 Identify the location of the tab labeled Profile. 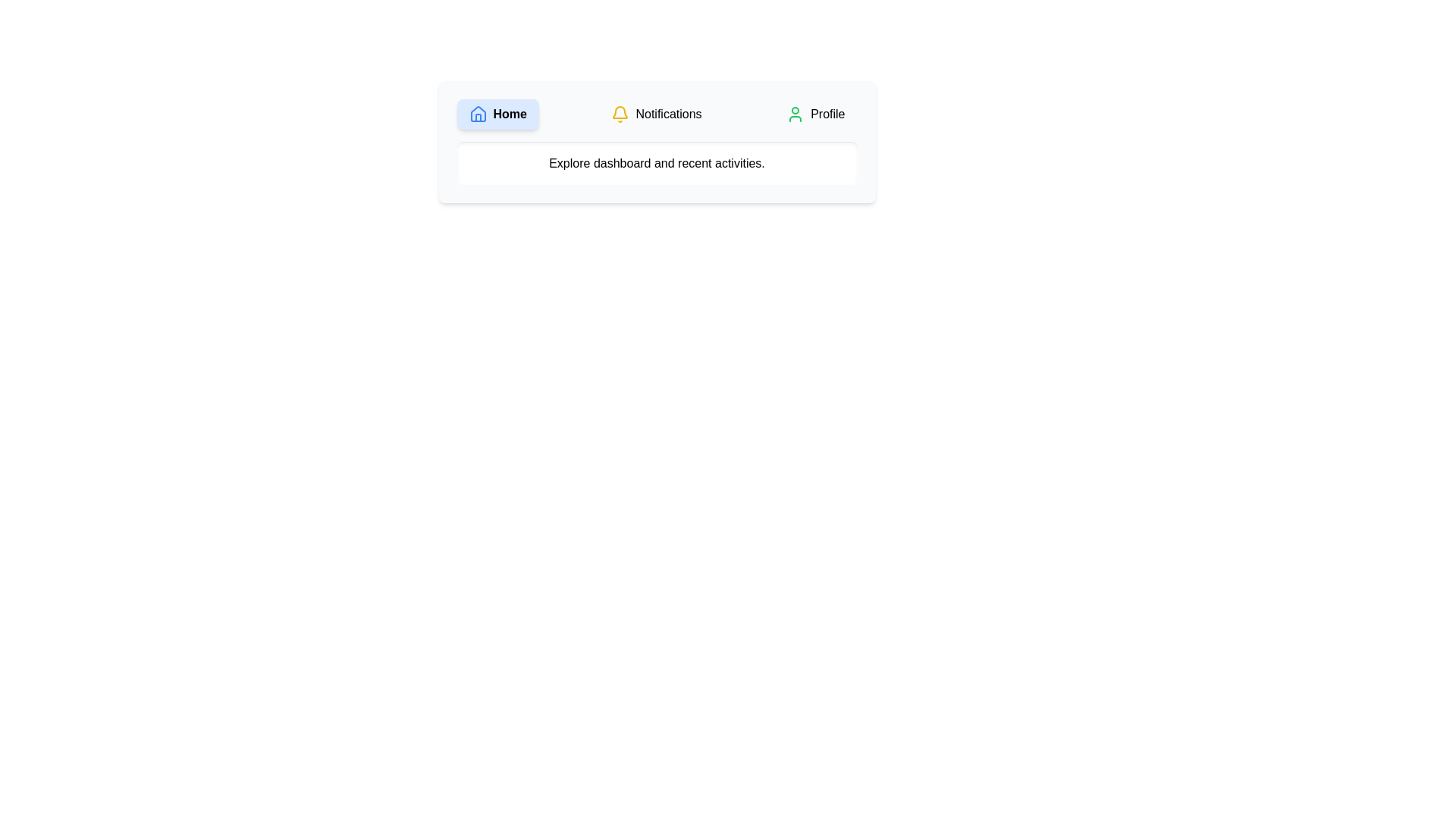
(814, 113).